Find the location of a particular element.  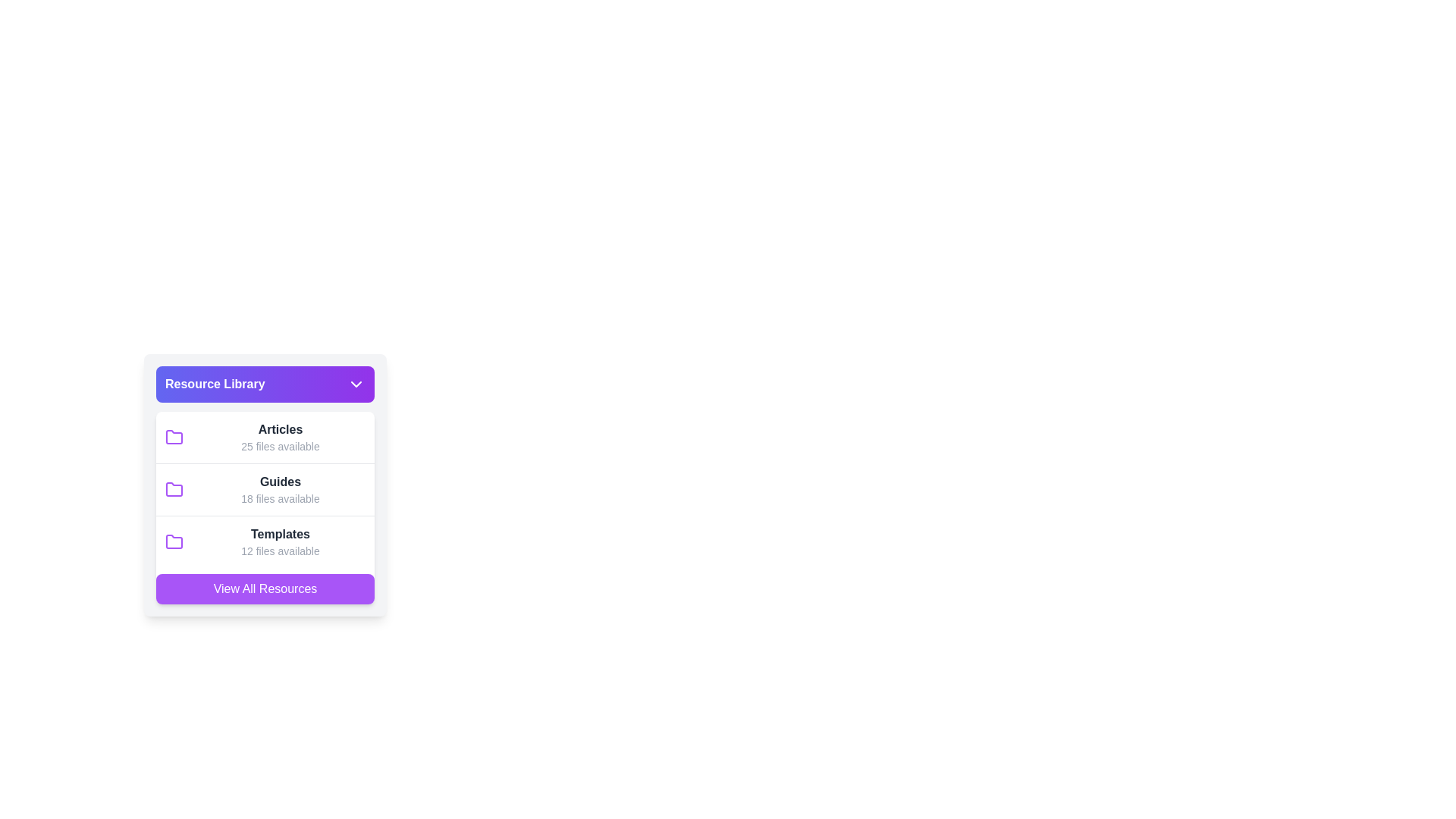

the third row in the vertical list labeled 'Templates' is located at coordinates (265, 540).